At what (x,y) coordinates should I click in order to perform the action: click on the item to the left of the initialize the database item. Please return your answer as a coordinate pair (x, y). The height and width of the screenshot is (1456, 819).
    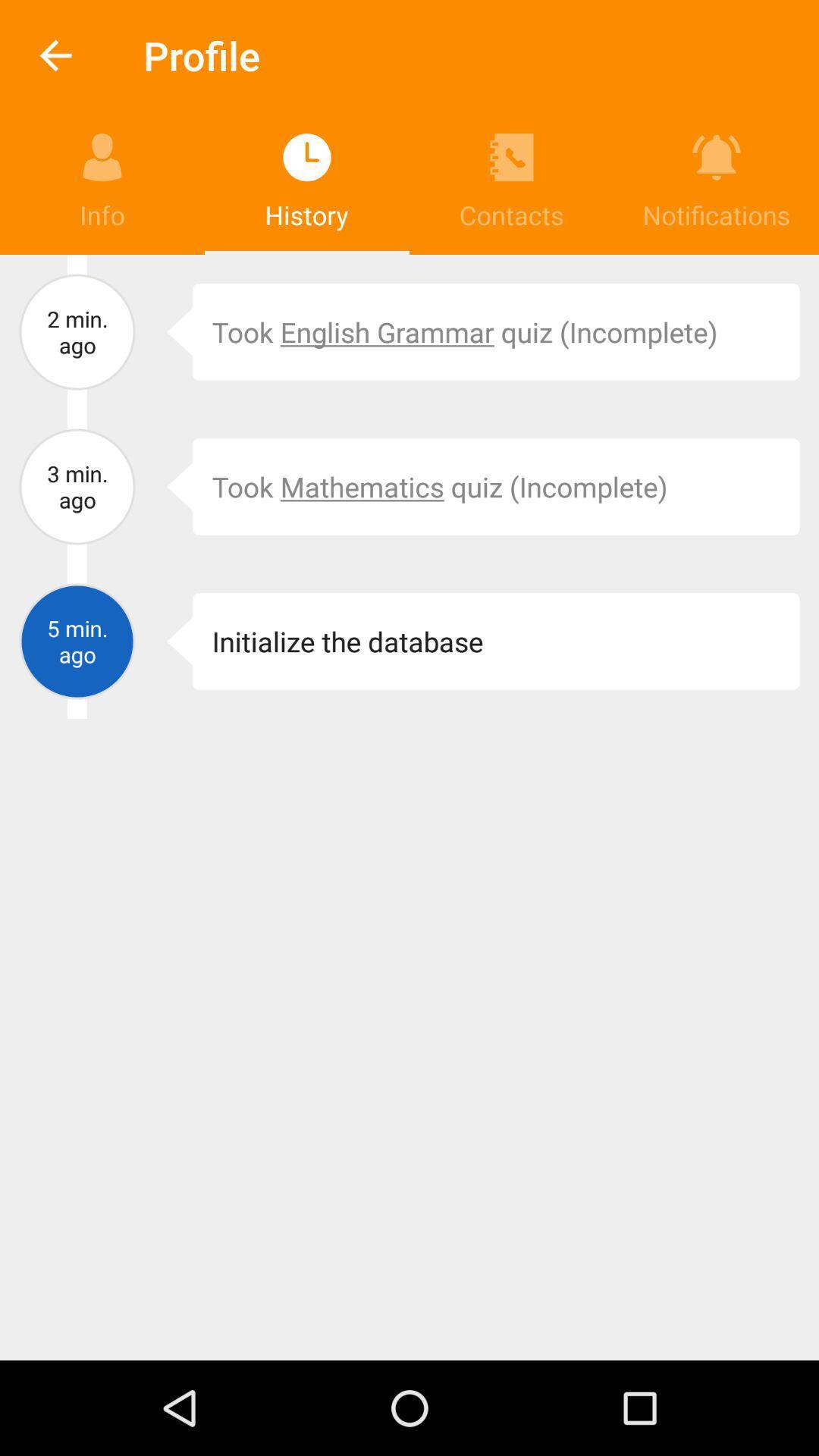
    Looking at the image, I should click on (168, 641).